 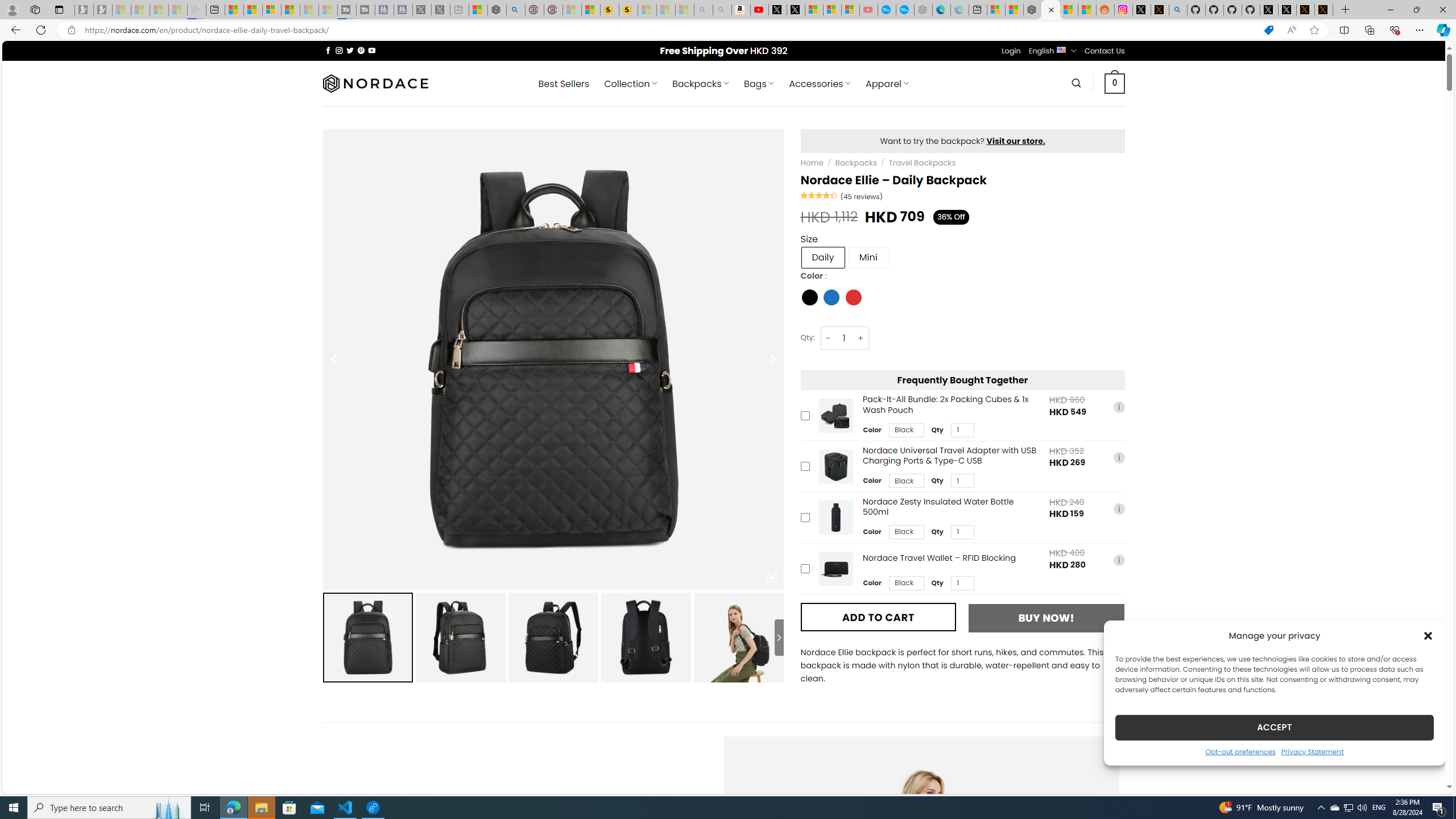 I want to click on 'i', so click(x=1118, y=560).